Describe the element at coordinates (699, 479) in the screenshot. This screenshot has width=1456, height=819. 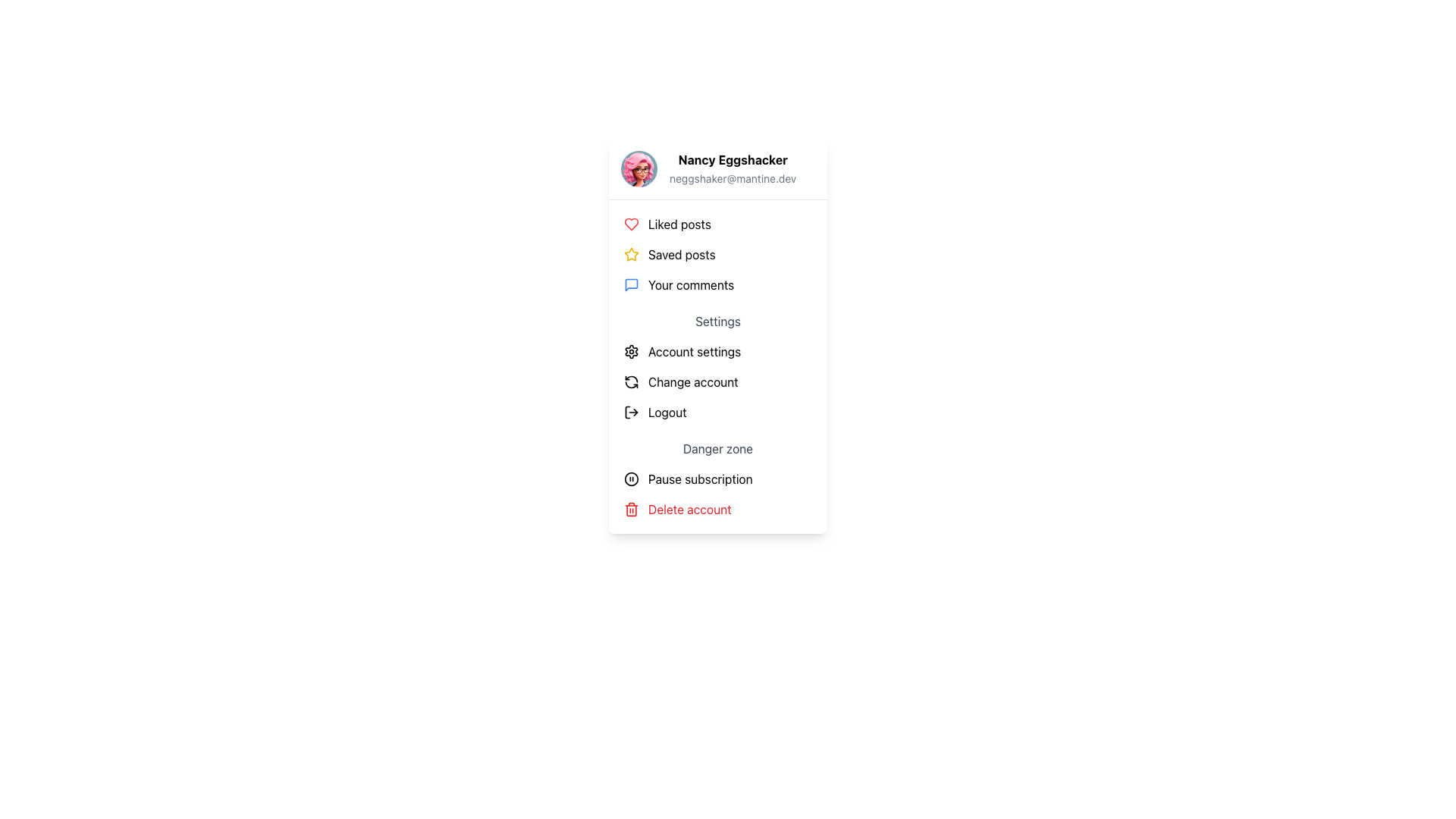
I see `the text label 'Pause subscription' in the danger zone section` at that location.